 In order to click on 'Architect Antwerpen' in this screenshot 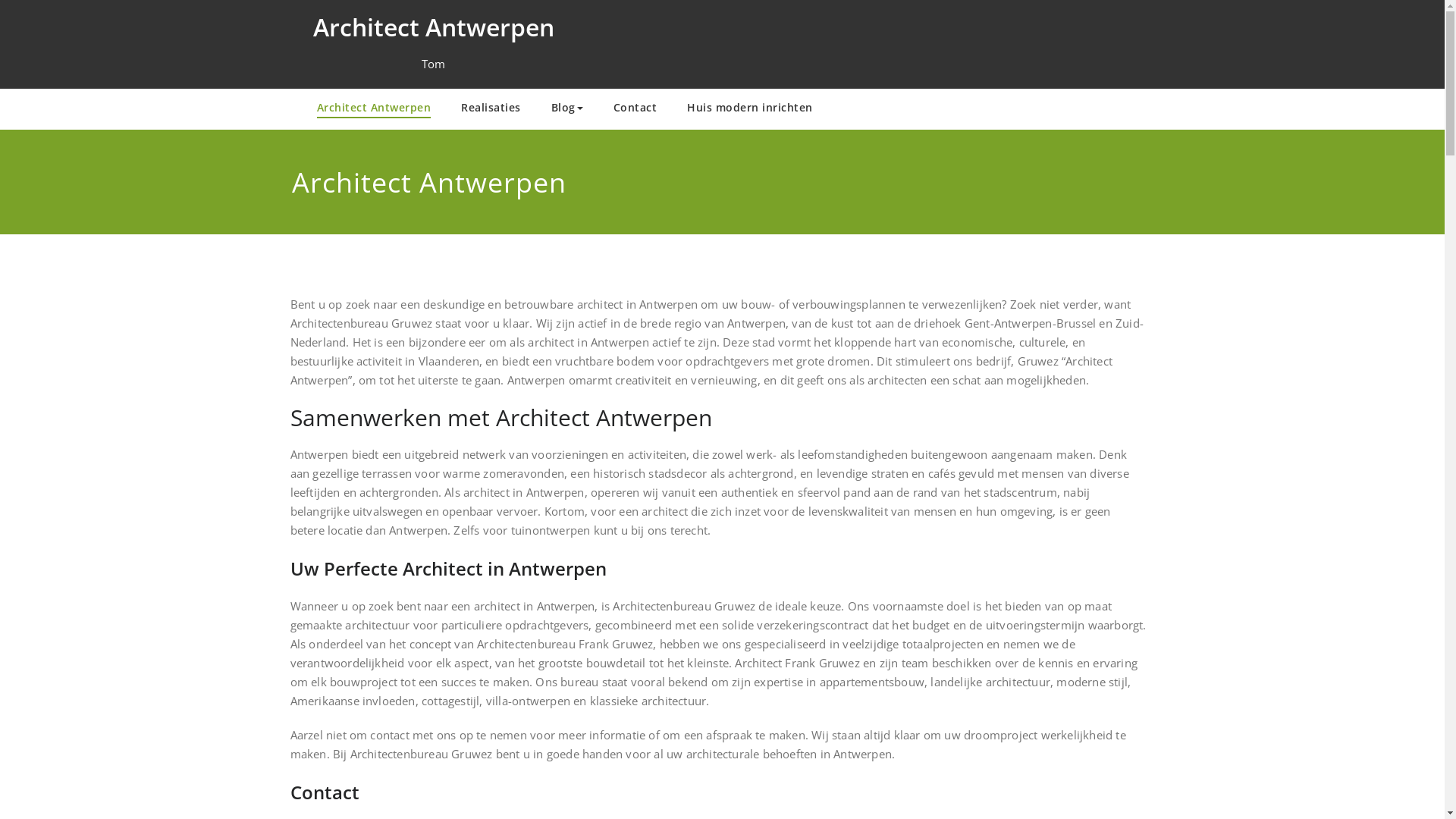, I will do `click(374, 108)`.